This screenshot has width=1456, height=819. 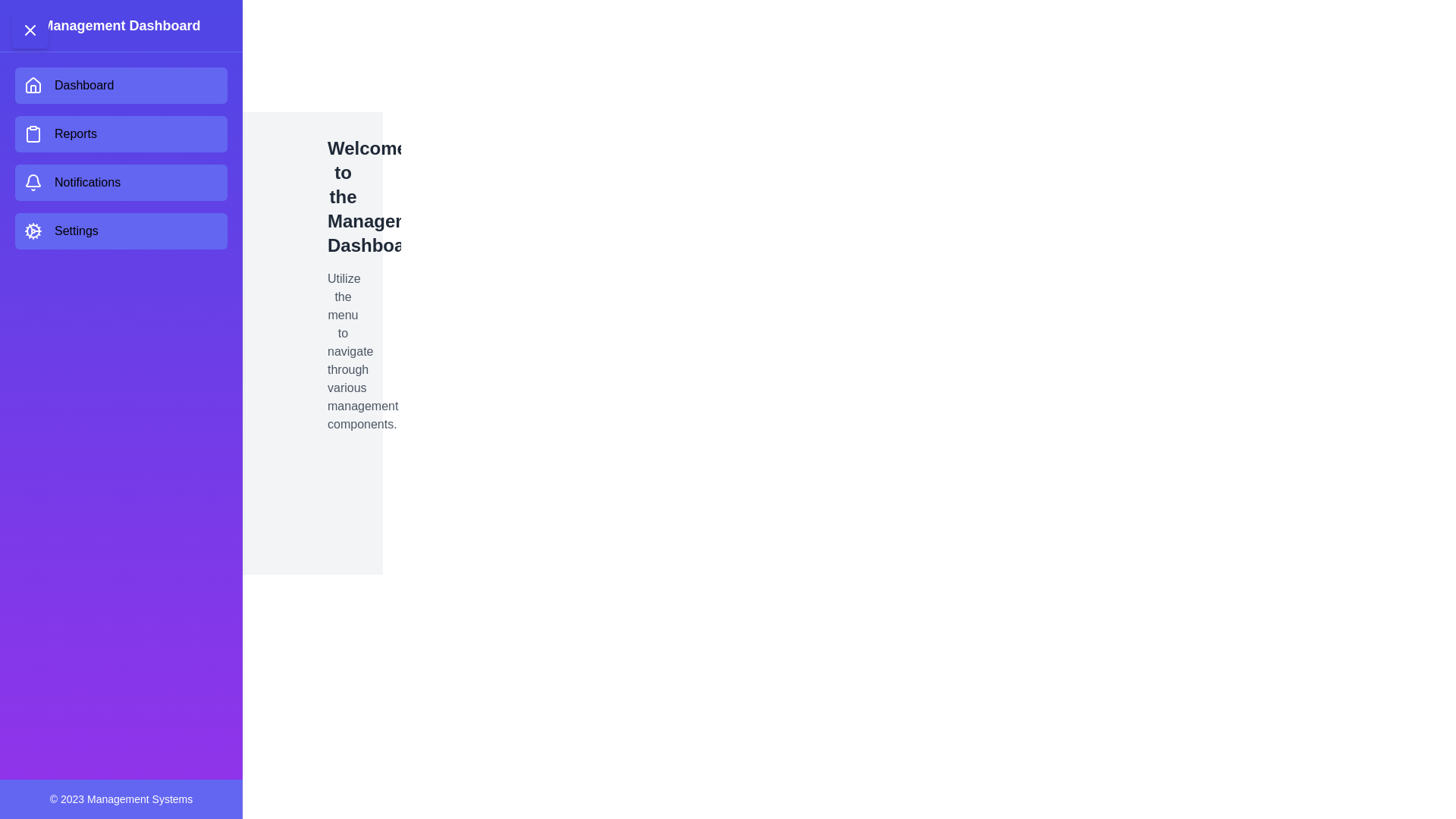 What do you see at coordinates (120, 231) in the screenshot?
I see `the 'Settings' navigation button located below the 'Notifications' button in the left sidebar` at bounding box center [120, 231].